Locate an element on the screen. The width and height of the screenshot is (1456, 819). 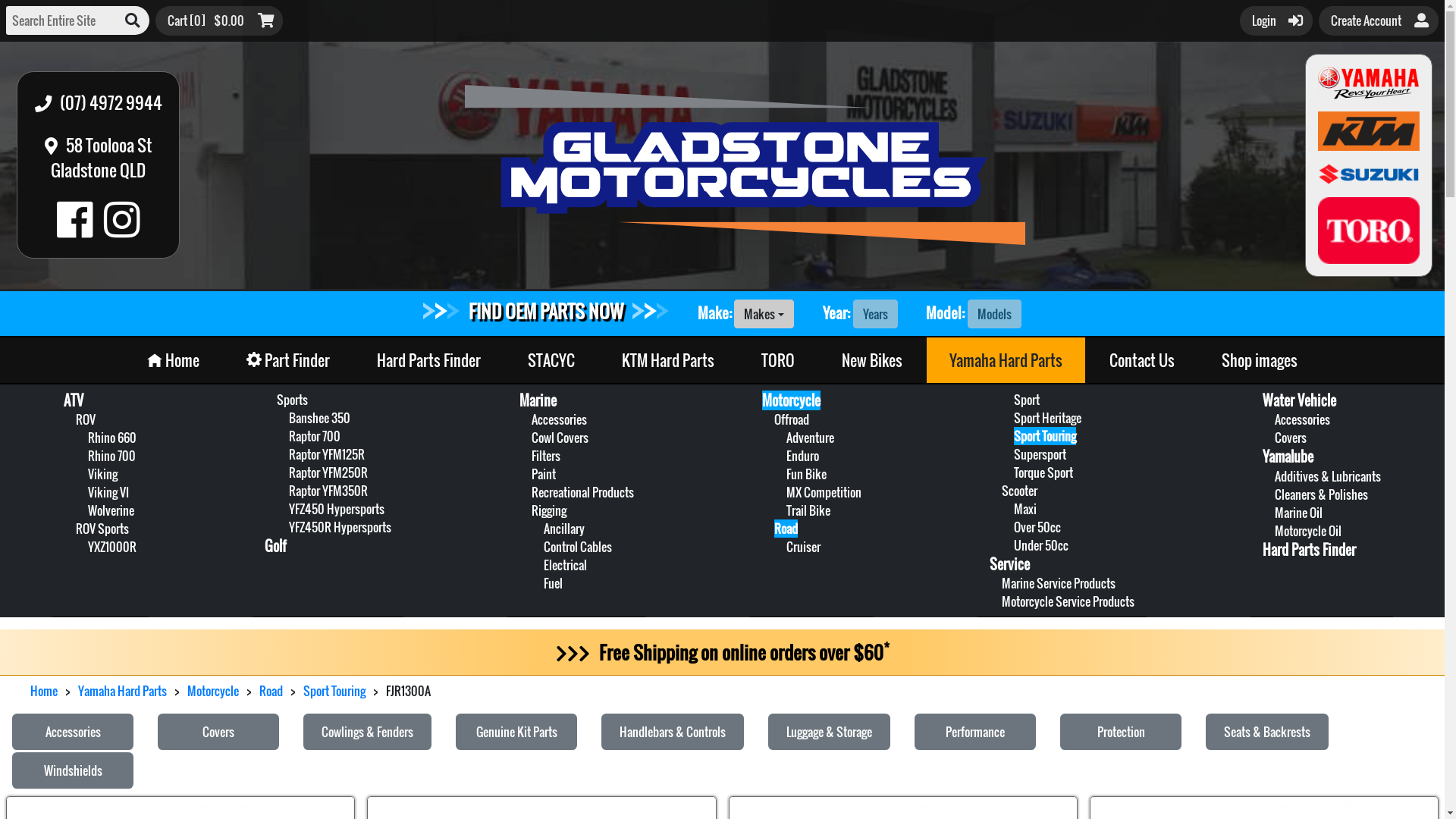
'KTM Hard Parts' is located at coordinates (667, 359).